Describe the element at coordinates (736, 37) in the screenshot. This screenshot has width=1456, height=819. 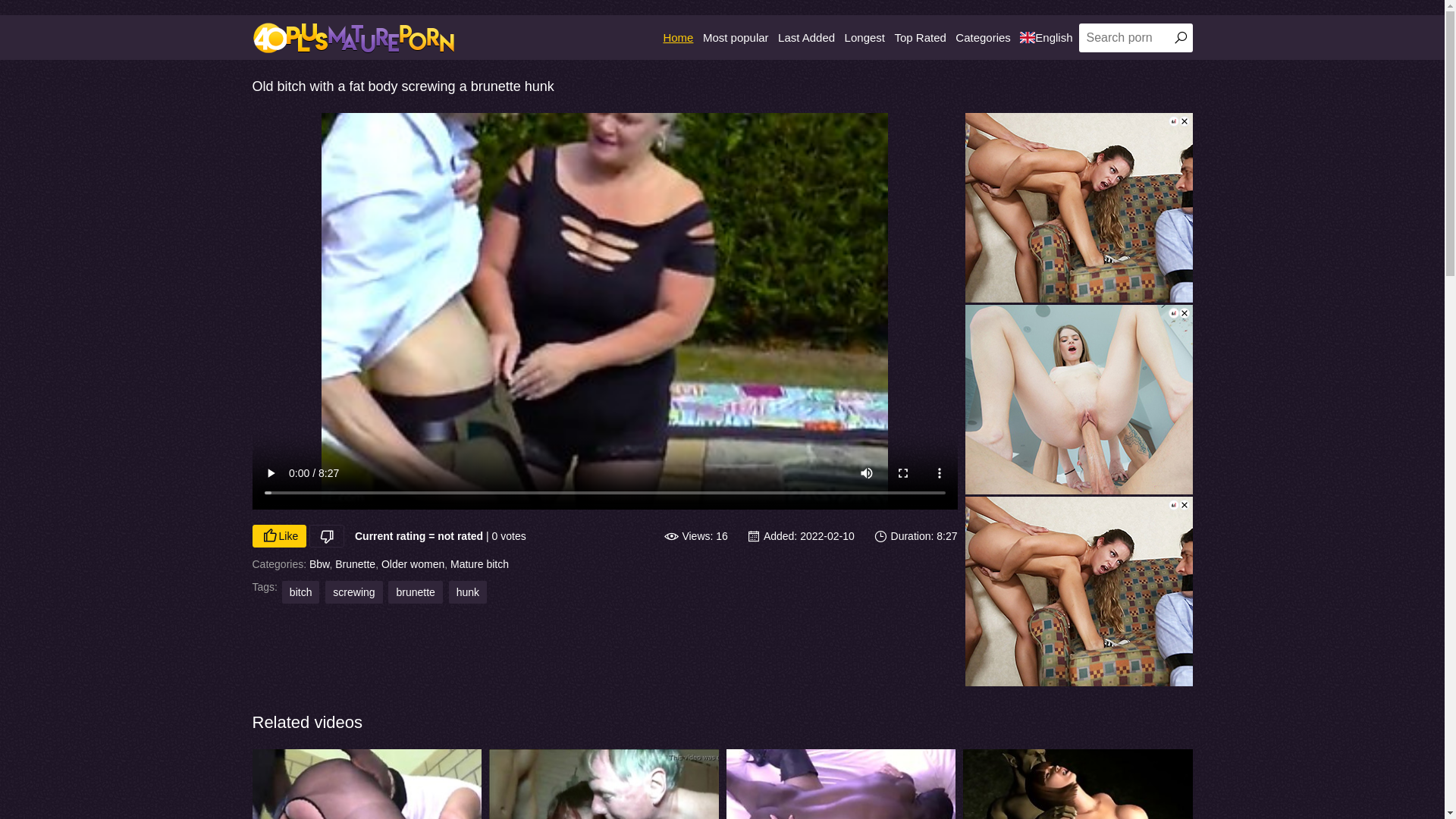
I see `'Most popular'` at that location.